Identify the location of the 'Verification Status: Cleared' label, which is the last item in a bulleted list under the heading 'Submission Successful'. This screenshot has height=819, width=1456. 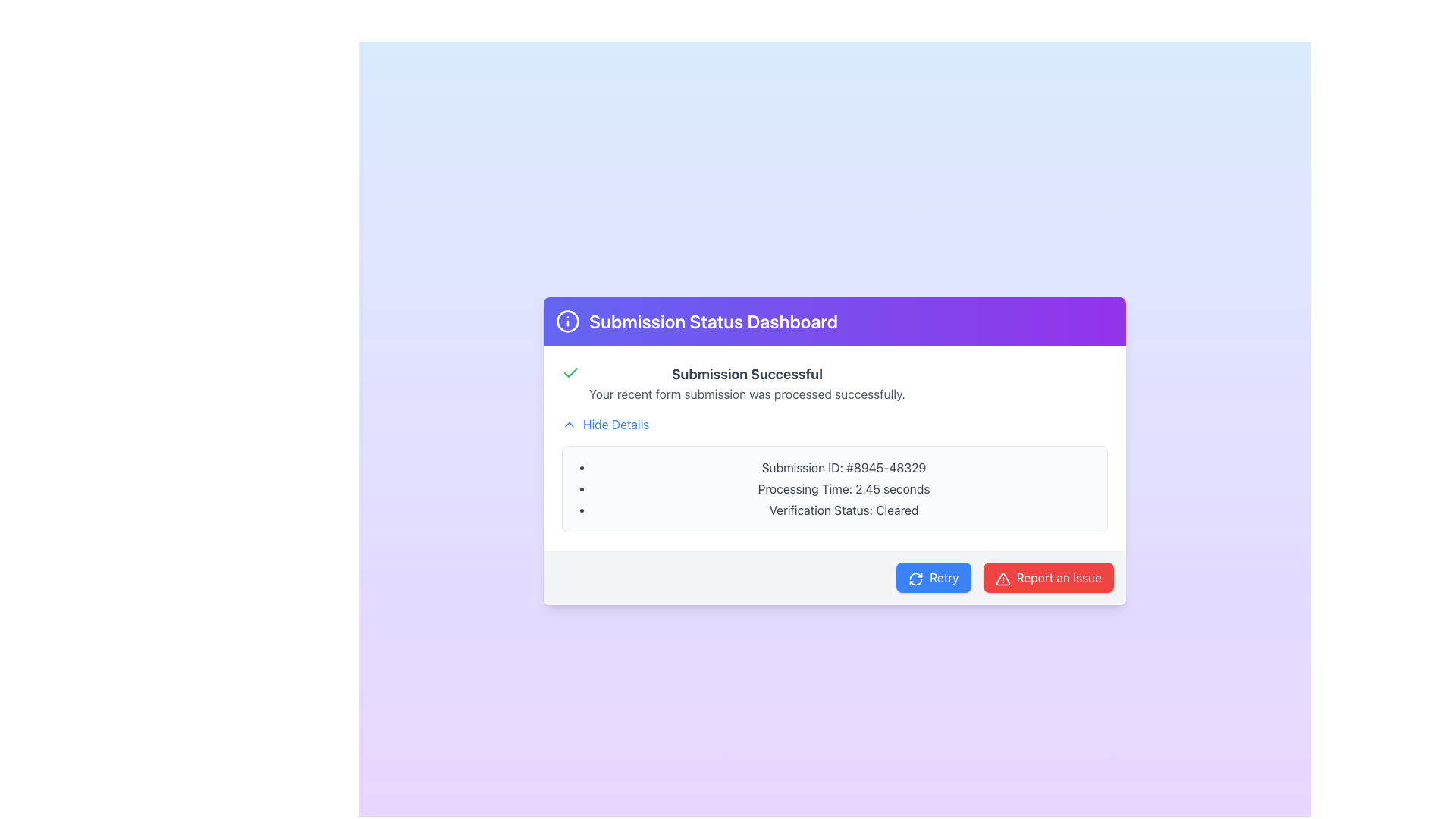
(843, 510).